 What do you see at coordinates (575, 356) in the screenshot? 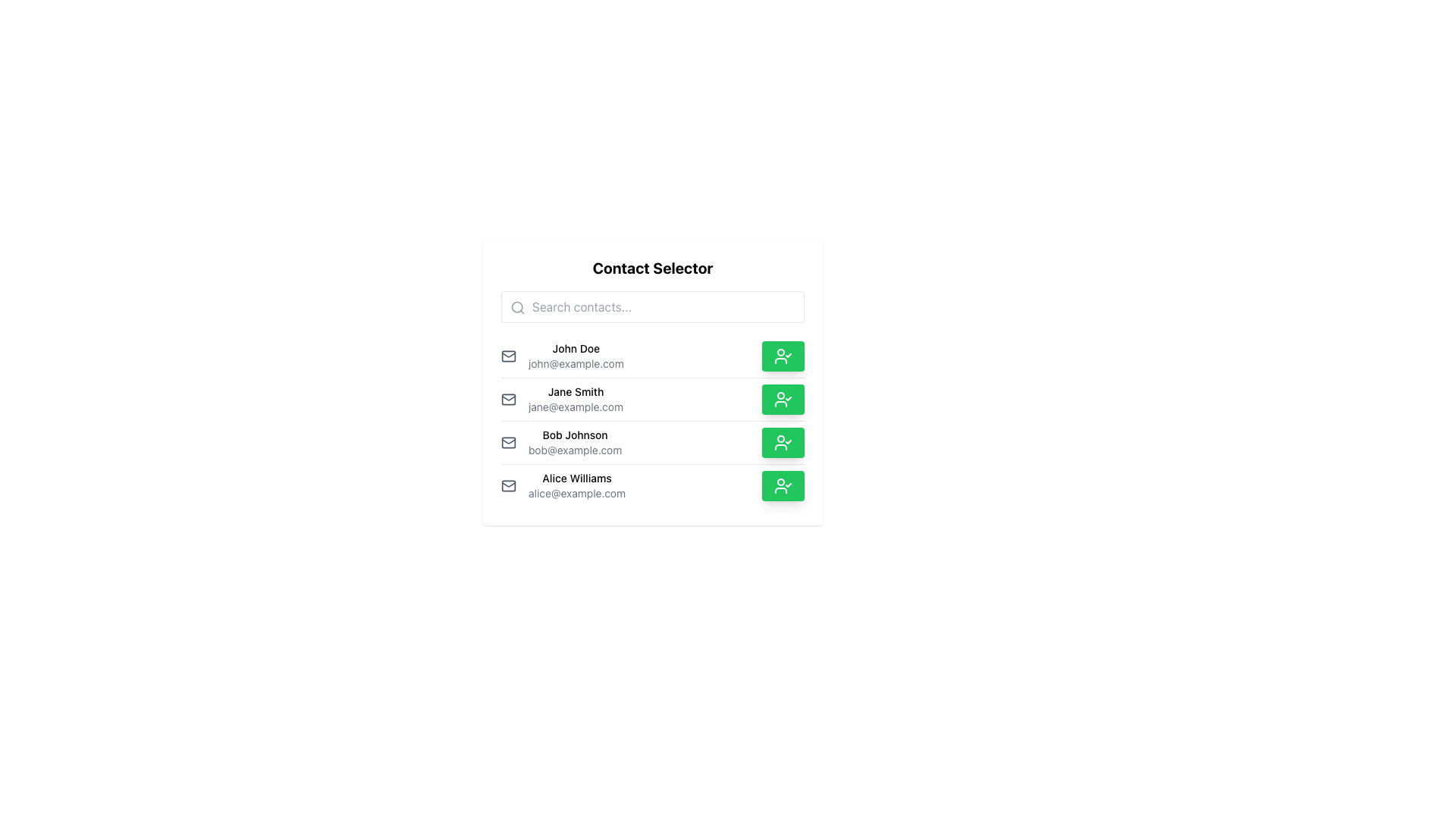
I see `the contact row displaying 'John Doe' and 'john@example.com'` at bounding box center [575, 356].